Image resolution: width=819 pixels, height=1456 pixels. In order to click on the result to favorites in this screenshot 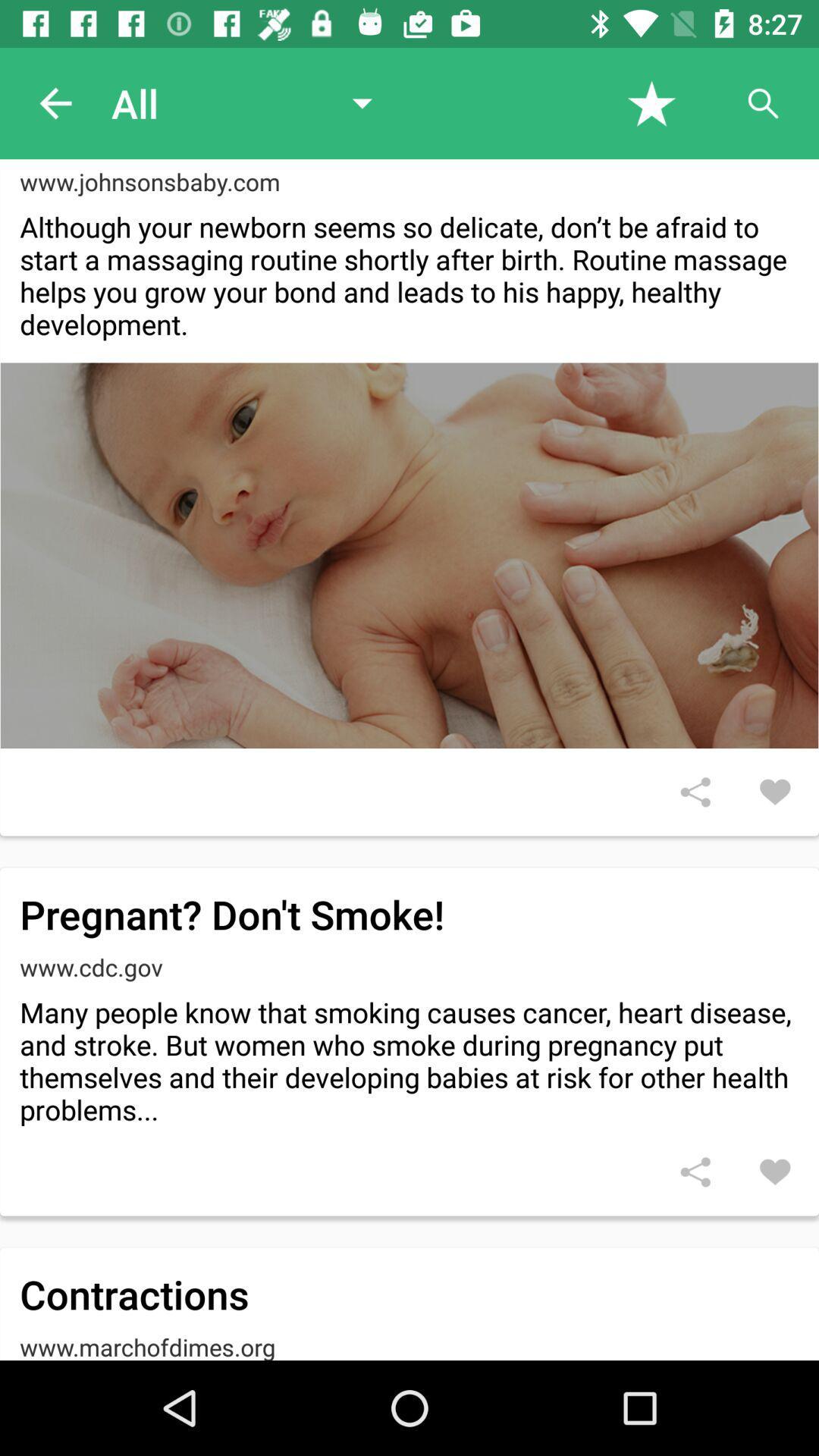, I will do `click(775, 1171)`.